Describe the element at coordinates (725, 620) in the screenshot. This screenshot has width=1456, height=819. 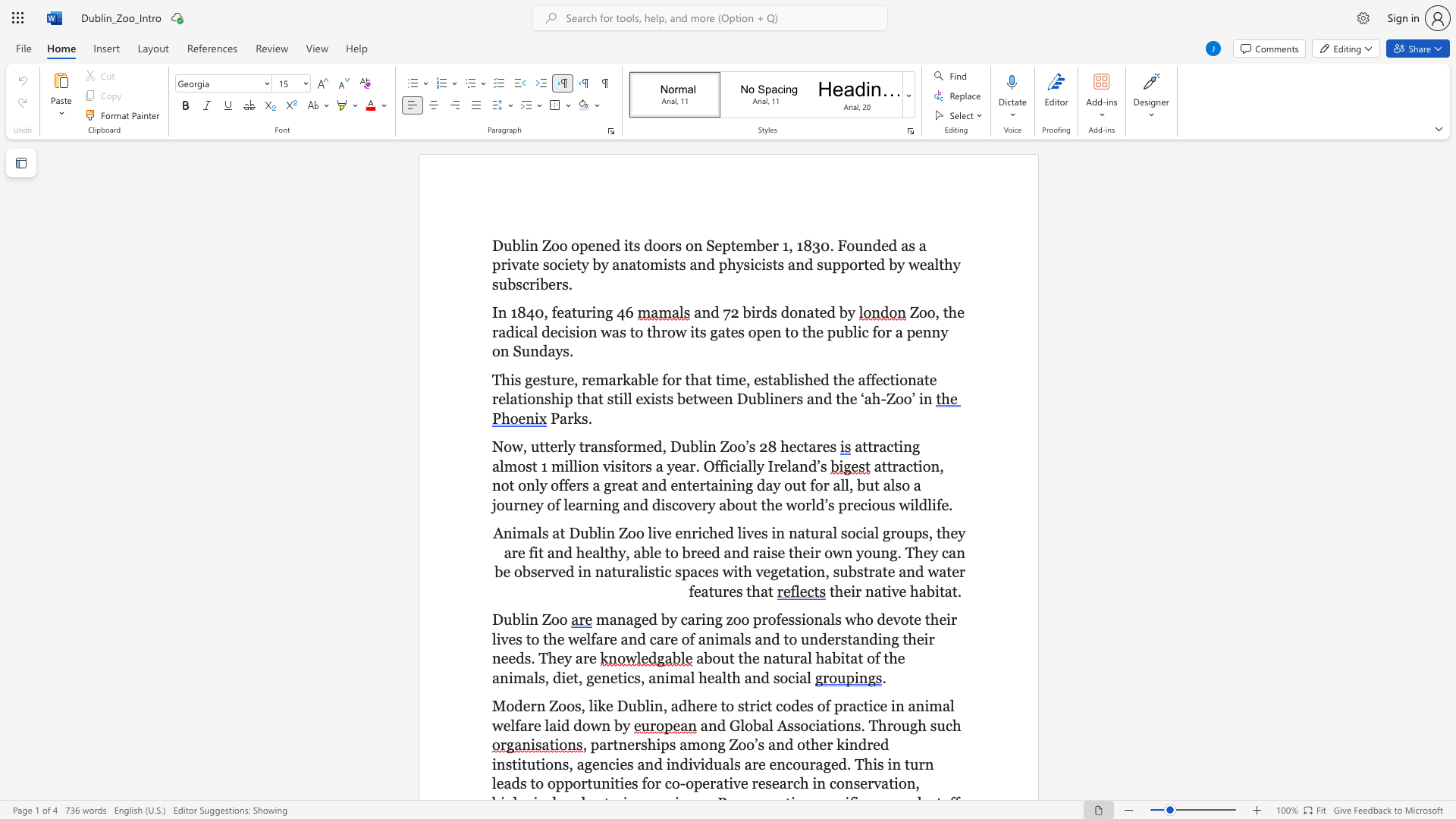
I see `the subset text "zoo professionals who" within the text "managed by caring zoo professionals who devote their lives to the welfare and care of animals and to understanding their needs. They are"` at that location.